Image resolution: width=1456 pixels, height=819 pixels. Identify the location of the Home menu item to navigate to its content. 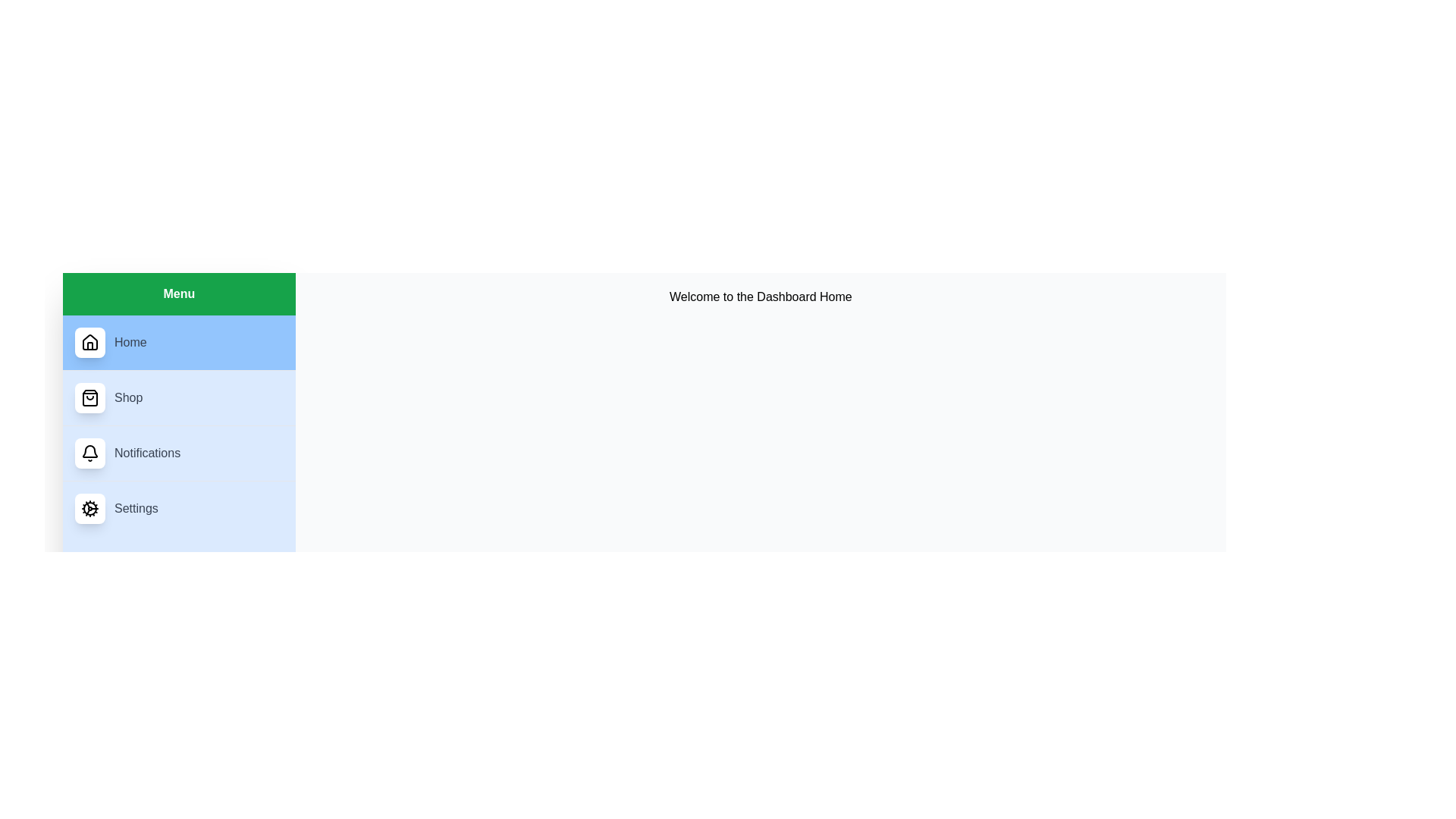
(178, 342).